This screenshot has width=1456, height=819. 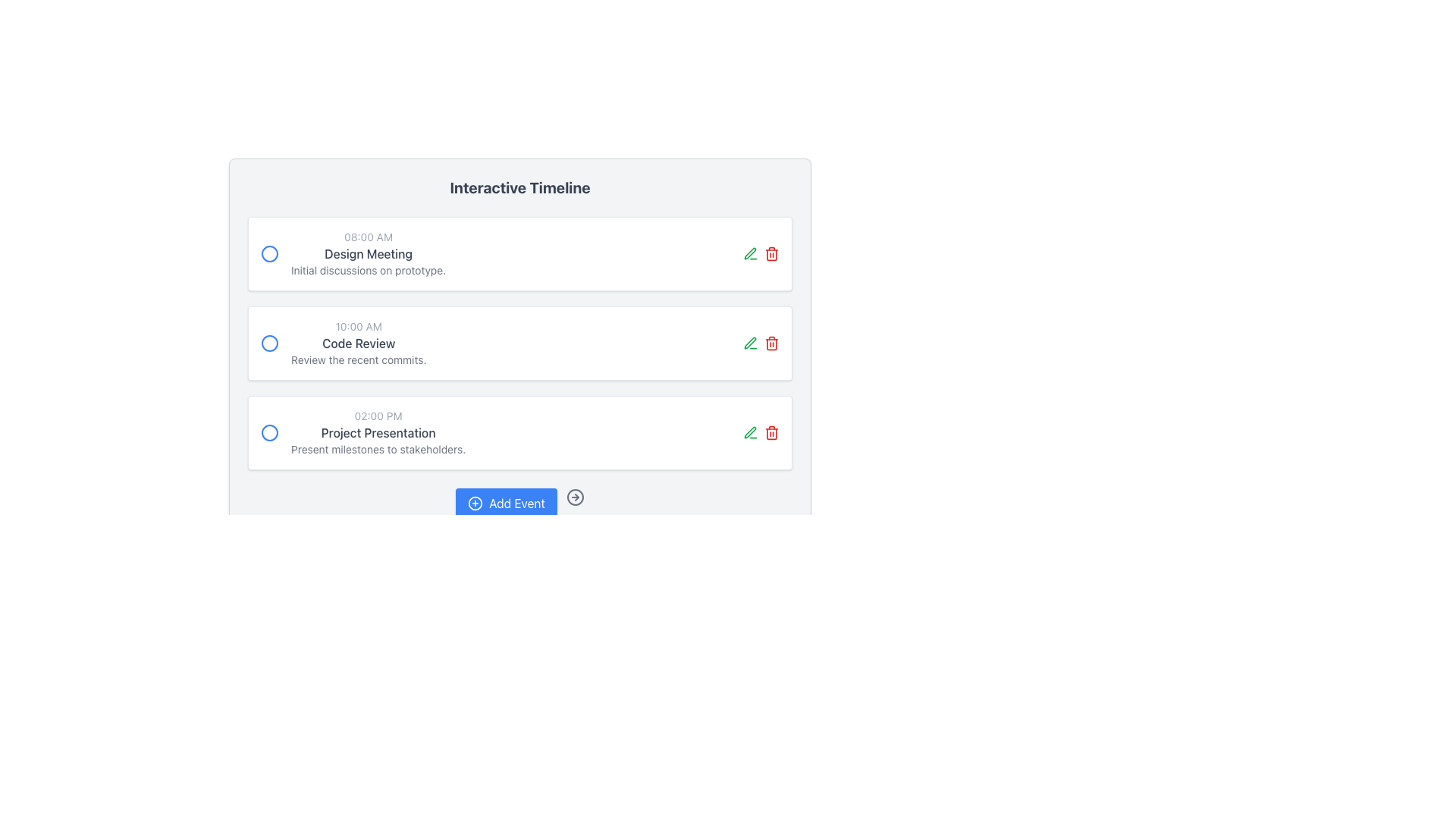 I want to click on the green pencil icon button located to the right of the 'Code Review' event description in the interactive timeline, so click(x=750, y=253).